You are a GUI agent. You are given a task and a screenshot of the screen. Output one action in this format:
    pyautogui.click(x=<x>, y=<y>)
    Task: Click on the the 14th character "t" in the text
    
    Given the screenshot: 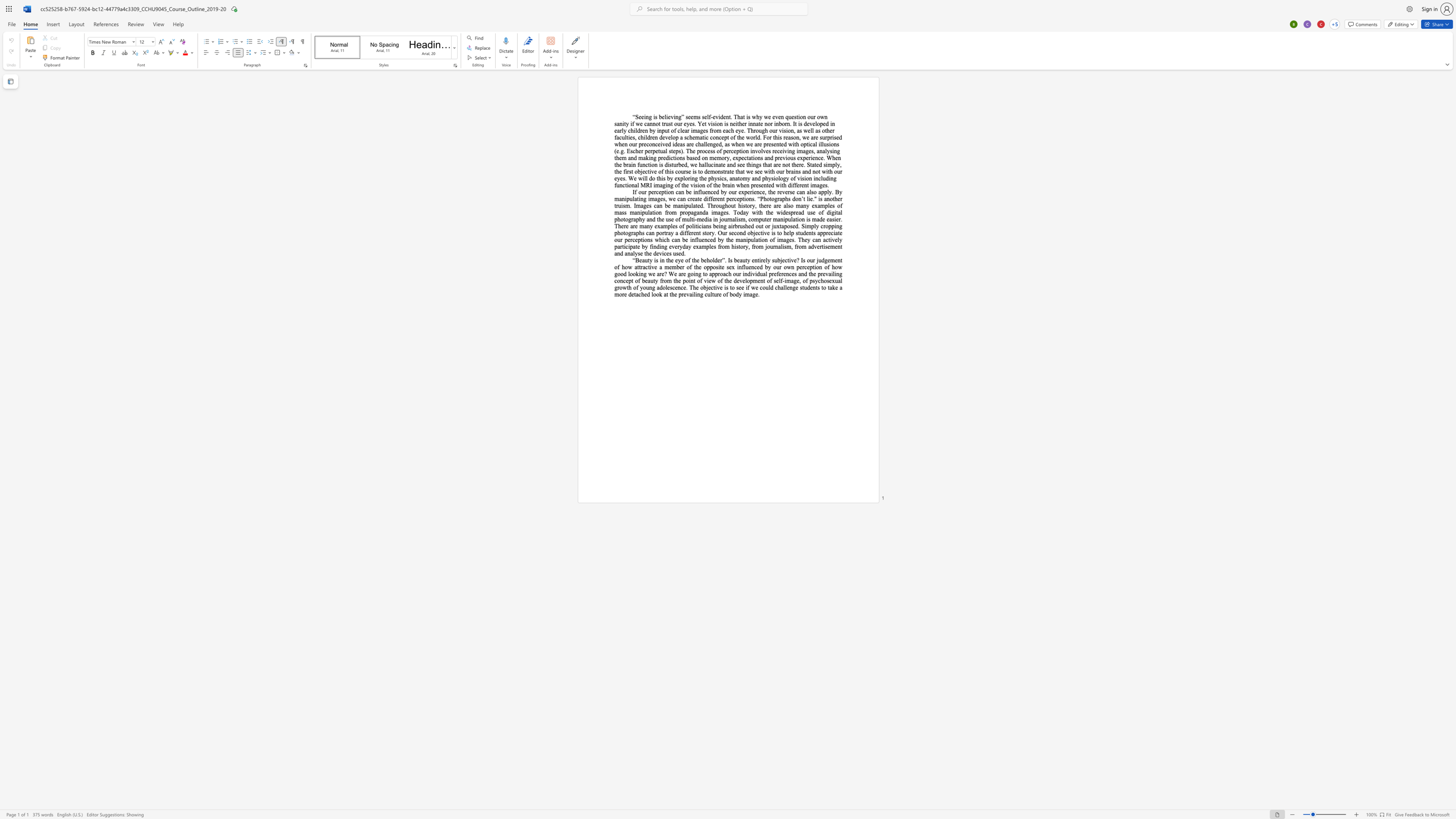 What is the action you would take?
    pyautogui.click(x=703, y=274)
    